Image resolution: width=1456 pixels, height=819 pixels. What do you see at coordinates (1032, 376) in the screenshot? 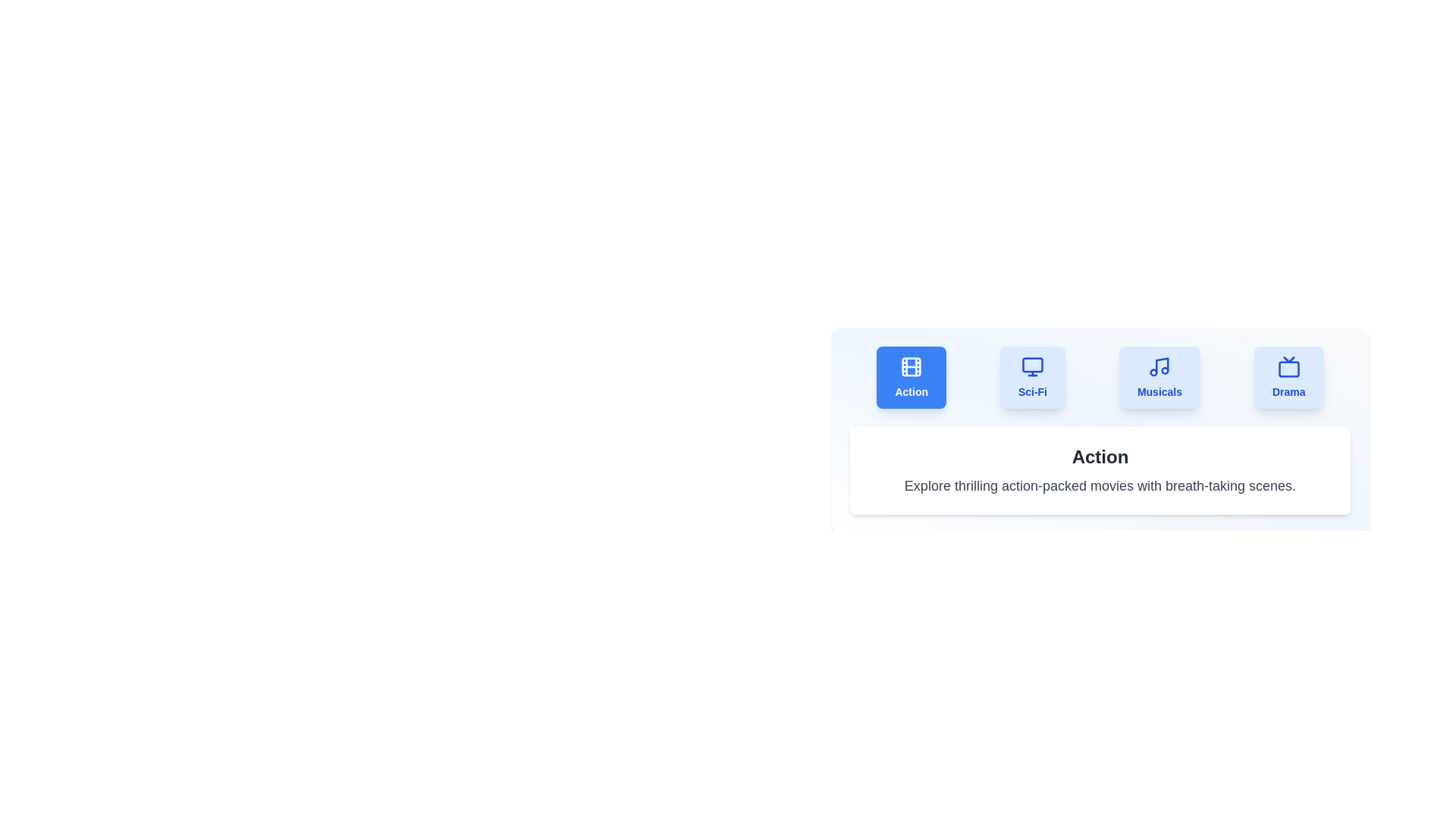
I see `the Sci-Fi tab to view its content` at bounding box center [1032, 376].